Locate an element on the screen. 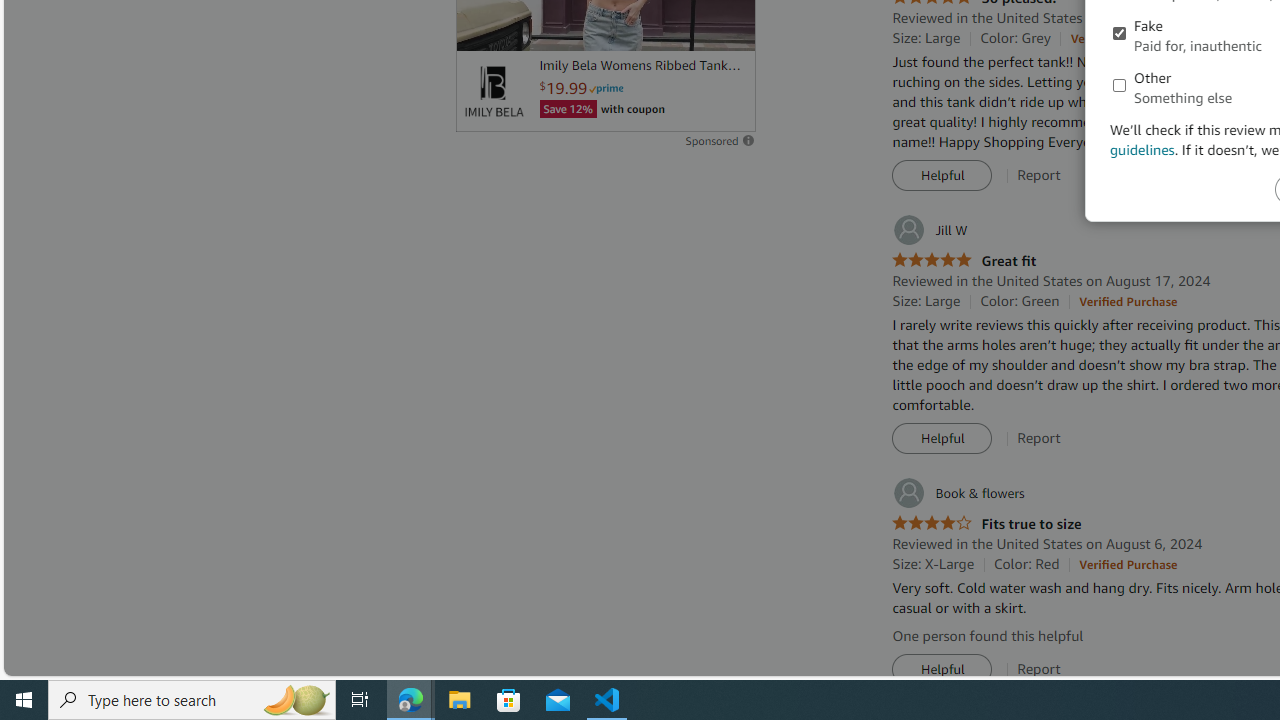  '5.0 out of 5 stars Great fit' is located at coordinates (964, 260).